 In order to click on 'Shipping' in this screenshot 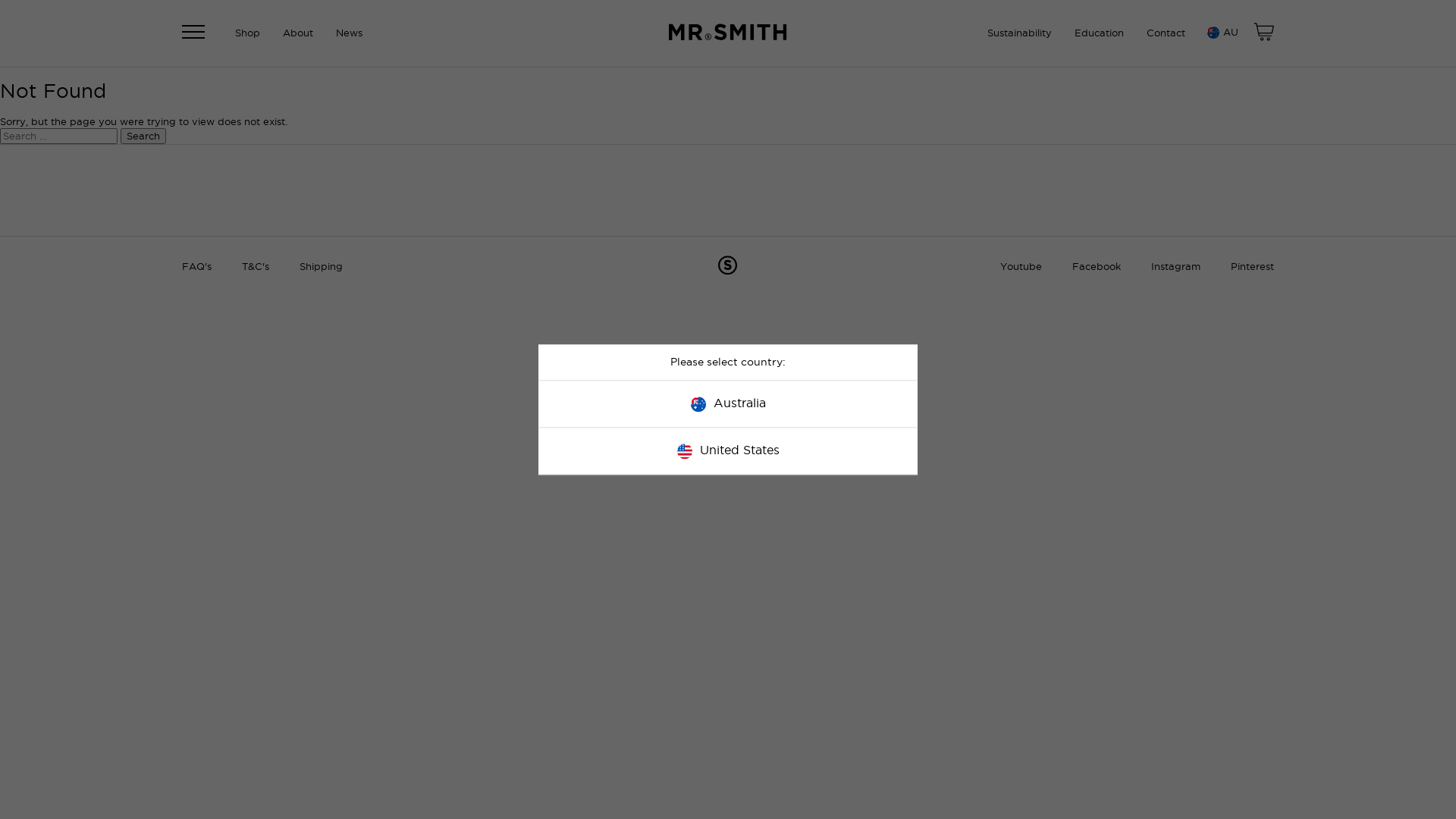, I will do `click(299, 265)`.